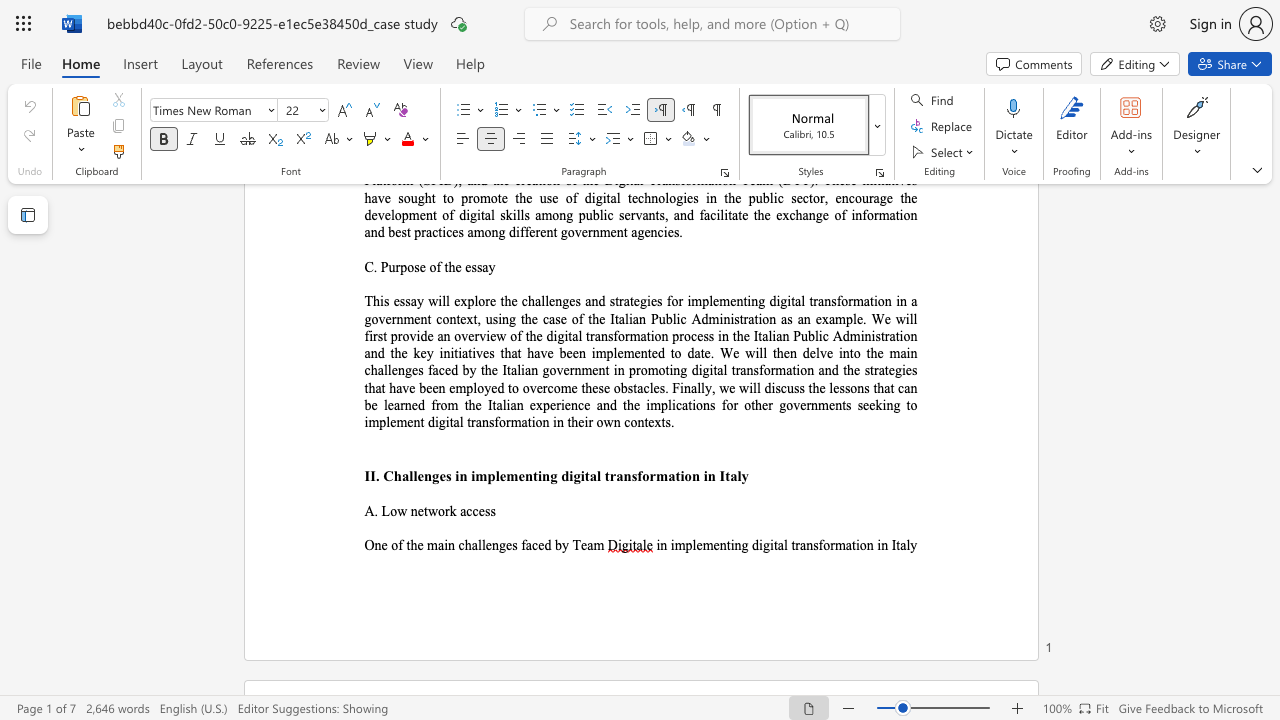  I want to click on the subset text "plemen" within the text "II. Challenges in implementing digital transformation in Italy", so click(487, 476).